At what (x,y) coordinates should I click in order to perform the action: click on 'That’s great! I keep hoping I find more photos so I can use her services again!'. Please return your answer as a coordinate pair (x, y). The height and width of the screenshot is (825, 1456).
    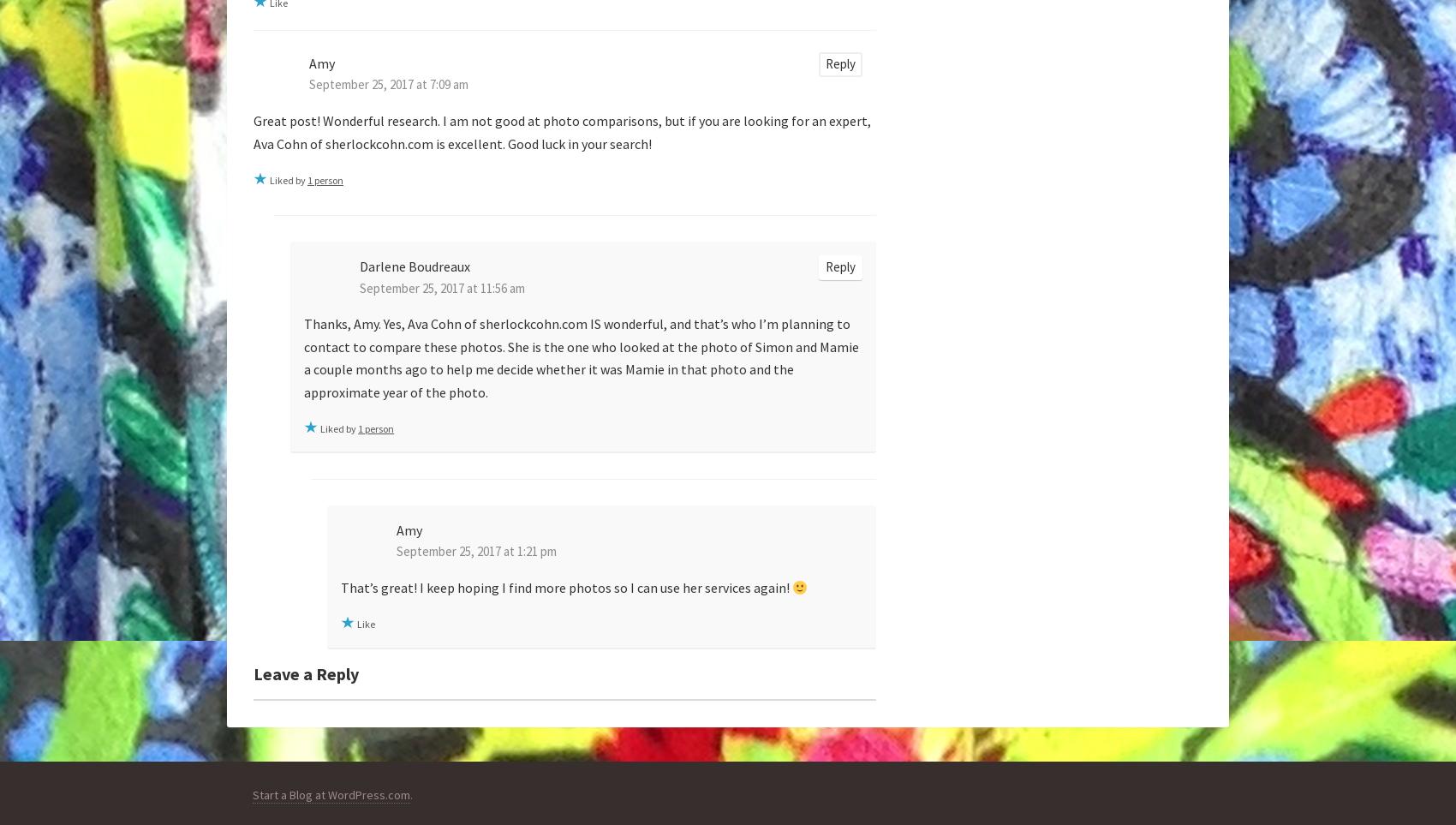
    Looking at the image, I should click on (566, 588).